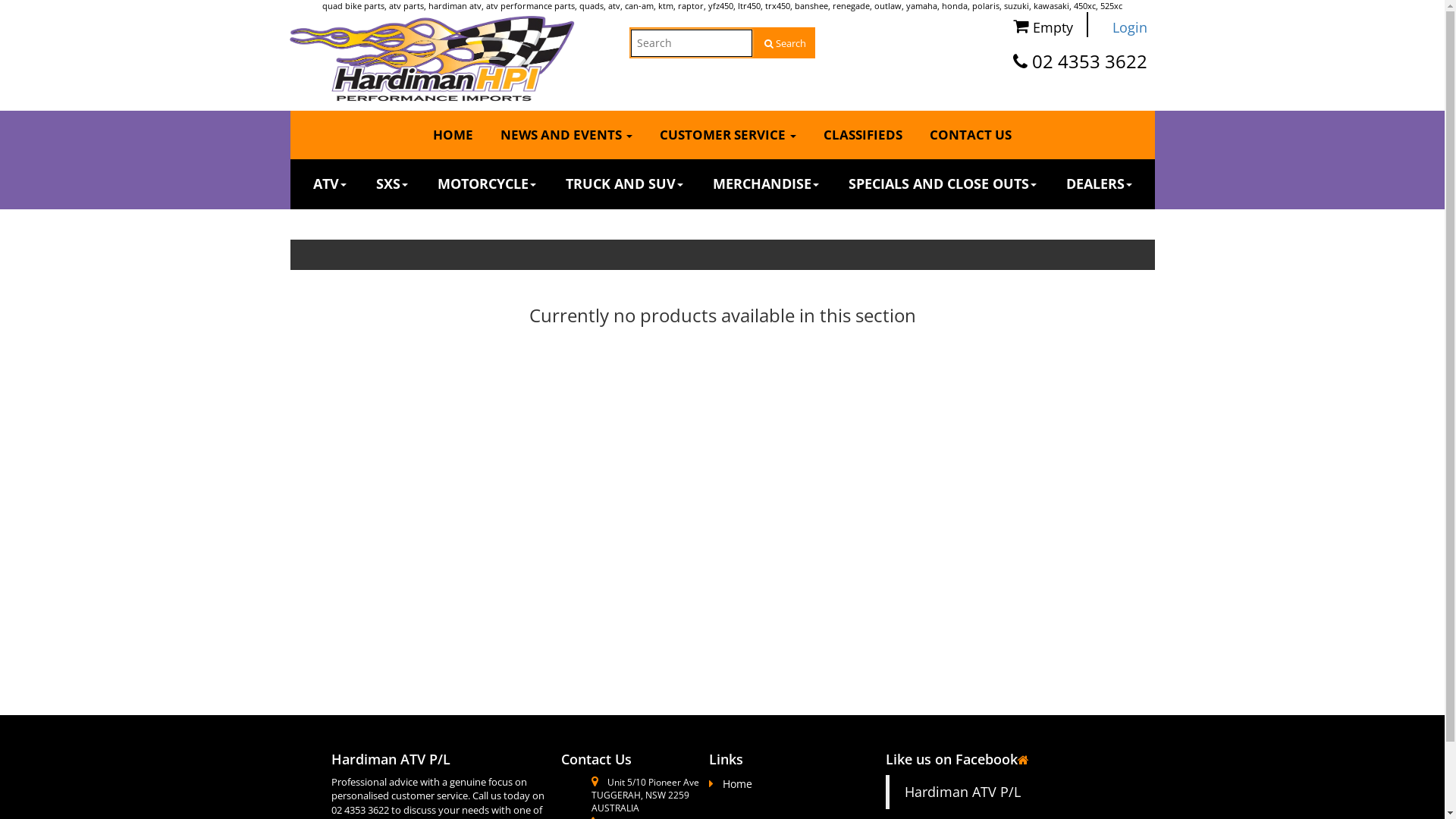 Image resolution: width=1456 pixels, height=819 pixels. What do you see at coordinates (422, 184) in the screenshot?
I see `'MOTORCYCLE'` at bounding box center [422, 184].